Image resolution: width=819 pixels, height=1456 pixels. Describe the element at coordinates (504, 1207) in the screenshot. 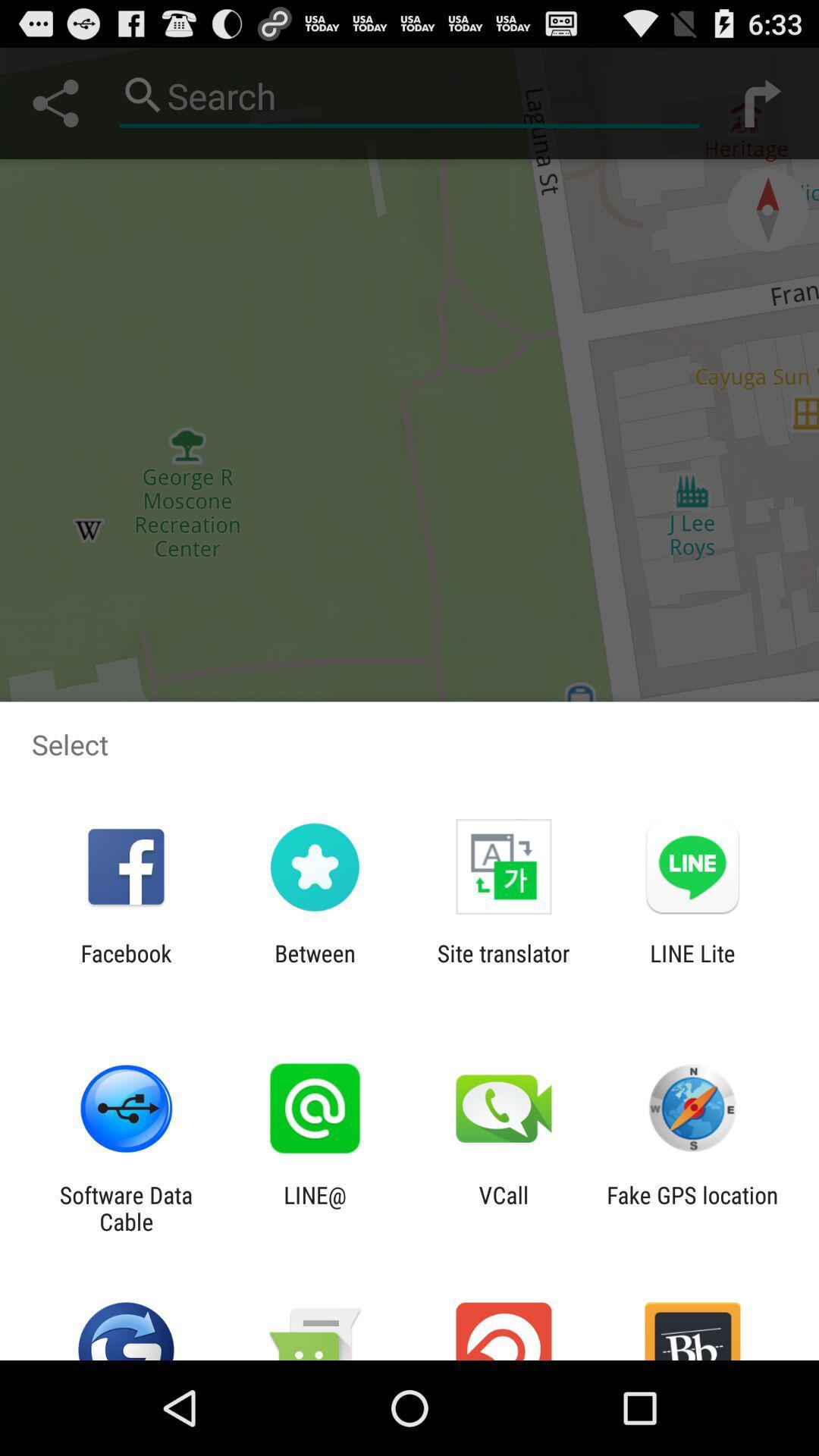

I see `app next to the fake gps location app` at that location.